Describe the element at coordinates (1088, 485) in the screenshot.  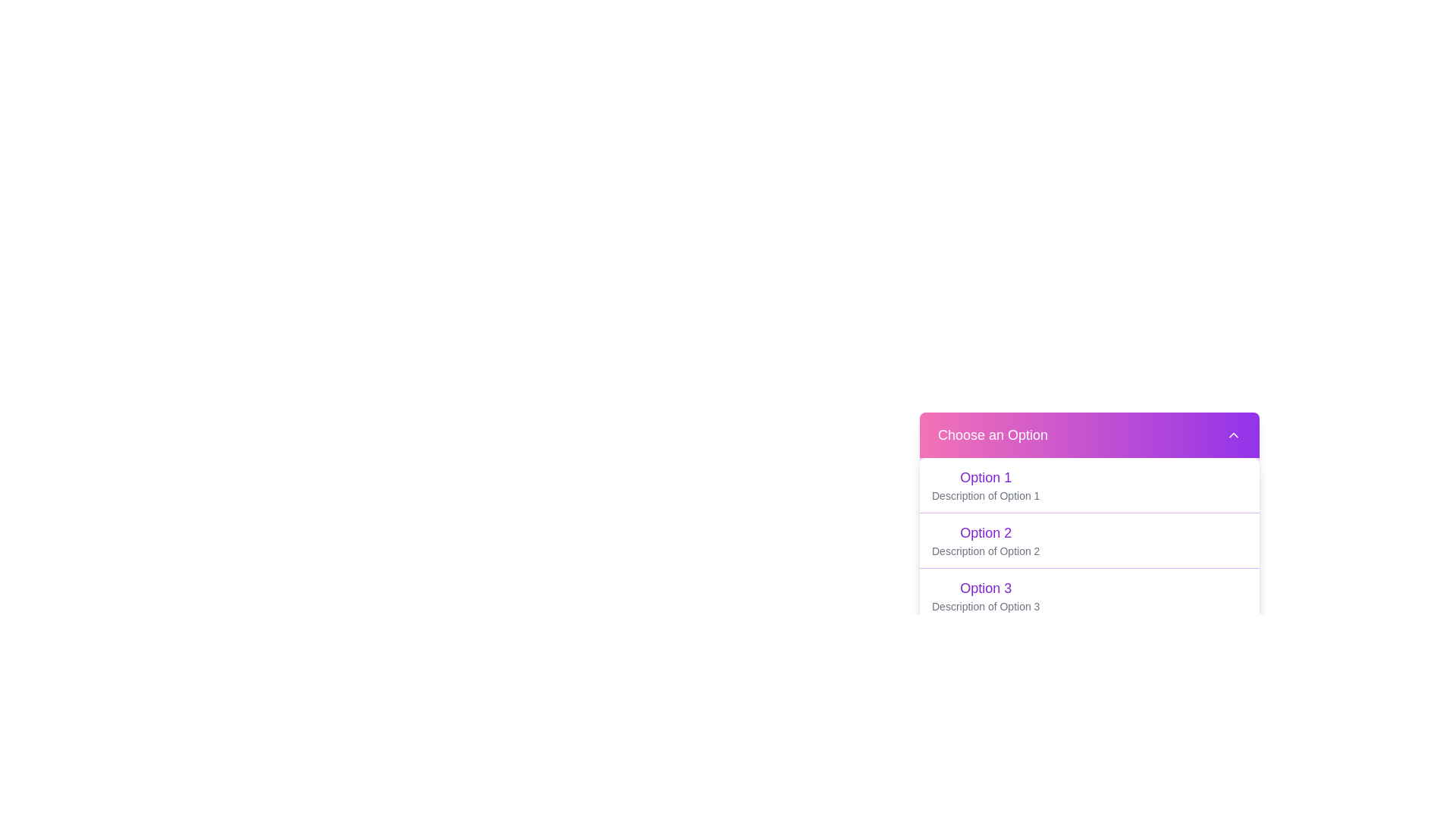
I see `the interactive dropdown option labeled 'Option 1'` at that location.